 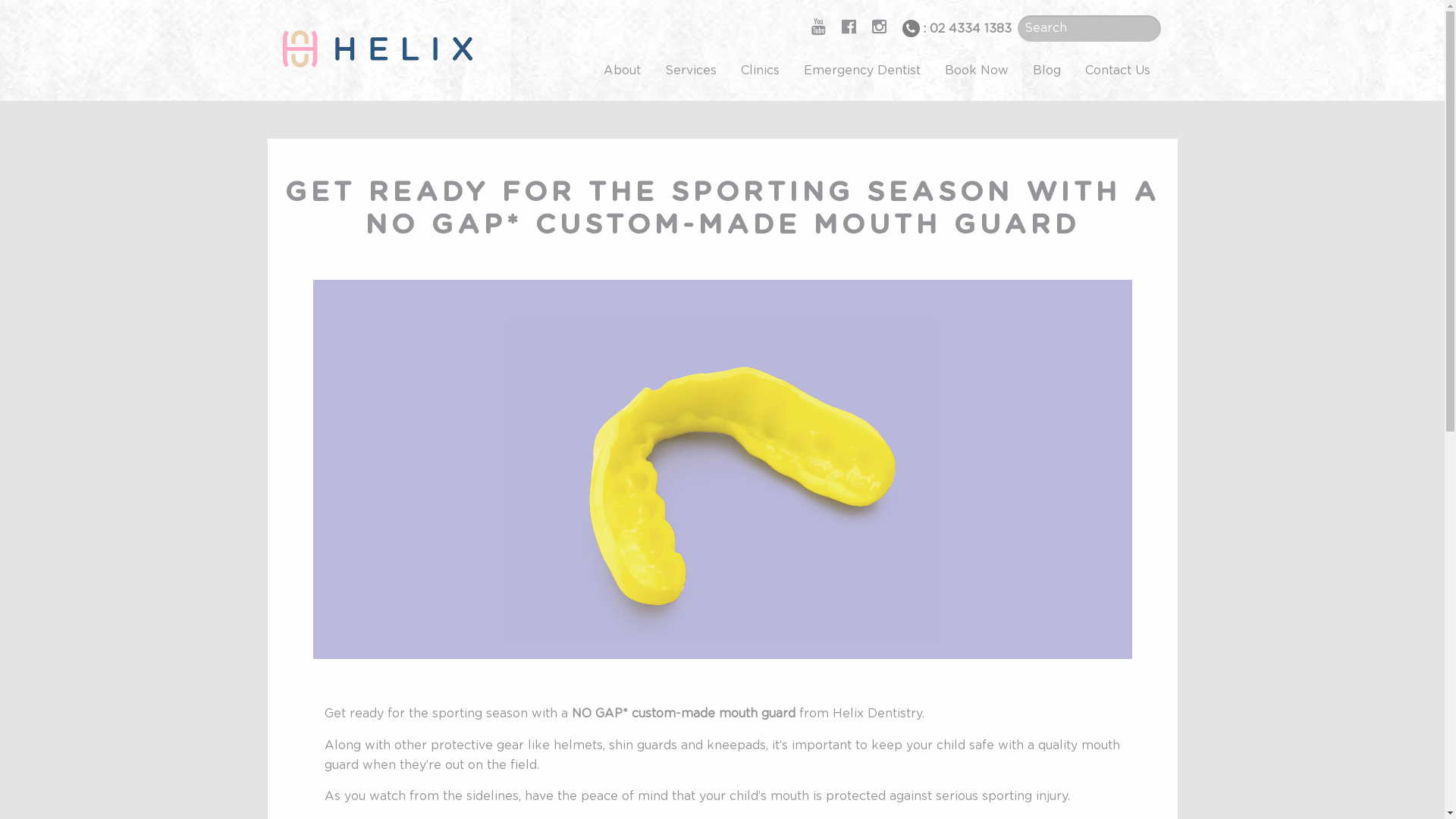 I want to click on 'Blog', so click(x=1020, y=70).